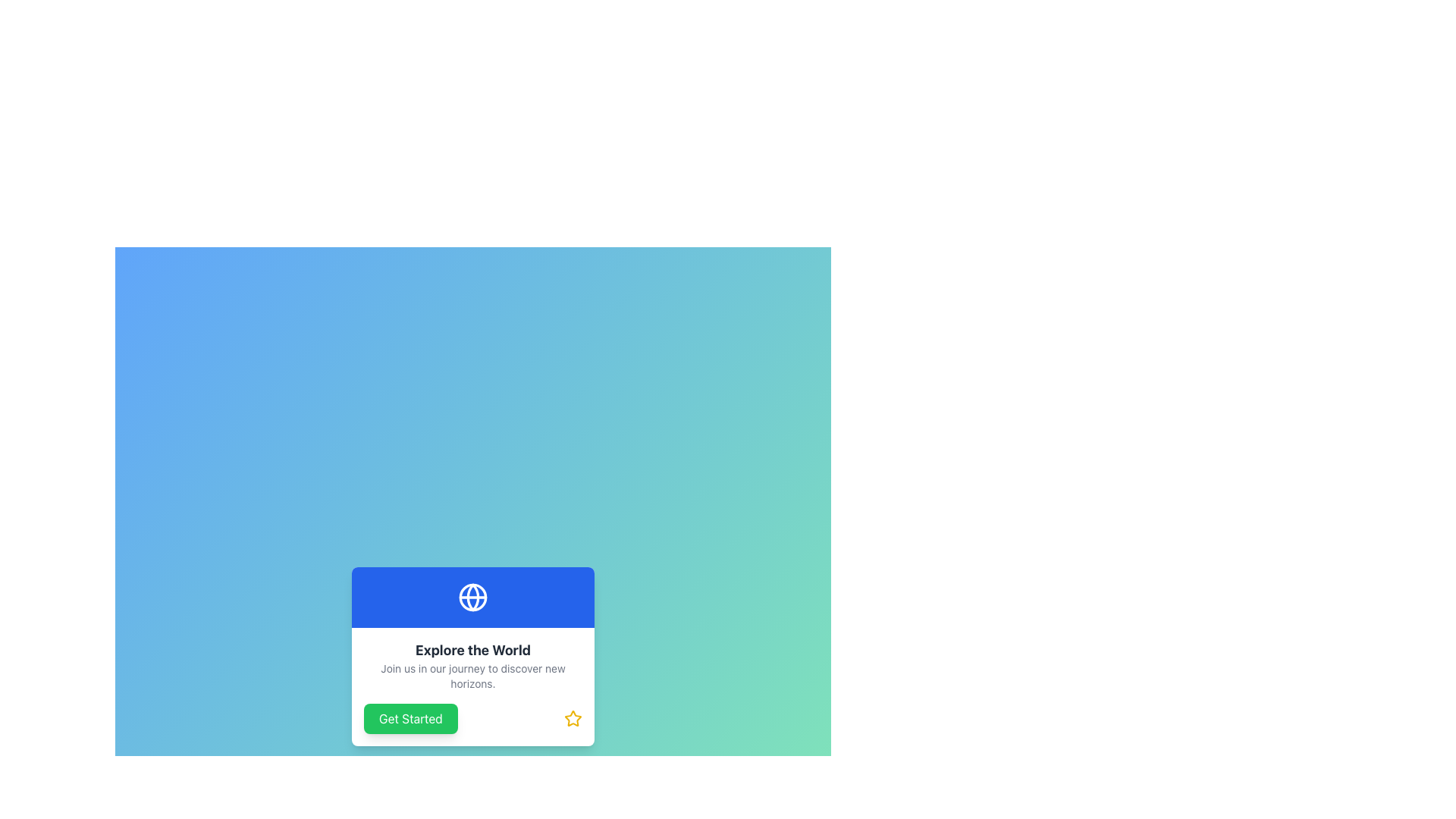 The width and height of the screenshot is (1456, 819). Describe the element at coordinates (410, 718) in the screenshot. I see `the green 'Get Started' button with rounded corners located at the bottom area of the card, which is leftmost in a horizontal layout and features a shadow effect` at that location.